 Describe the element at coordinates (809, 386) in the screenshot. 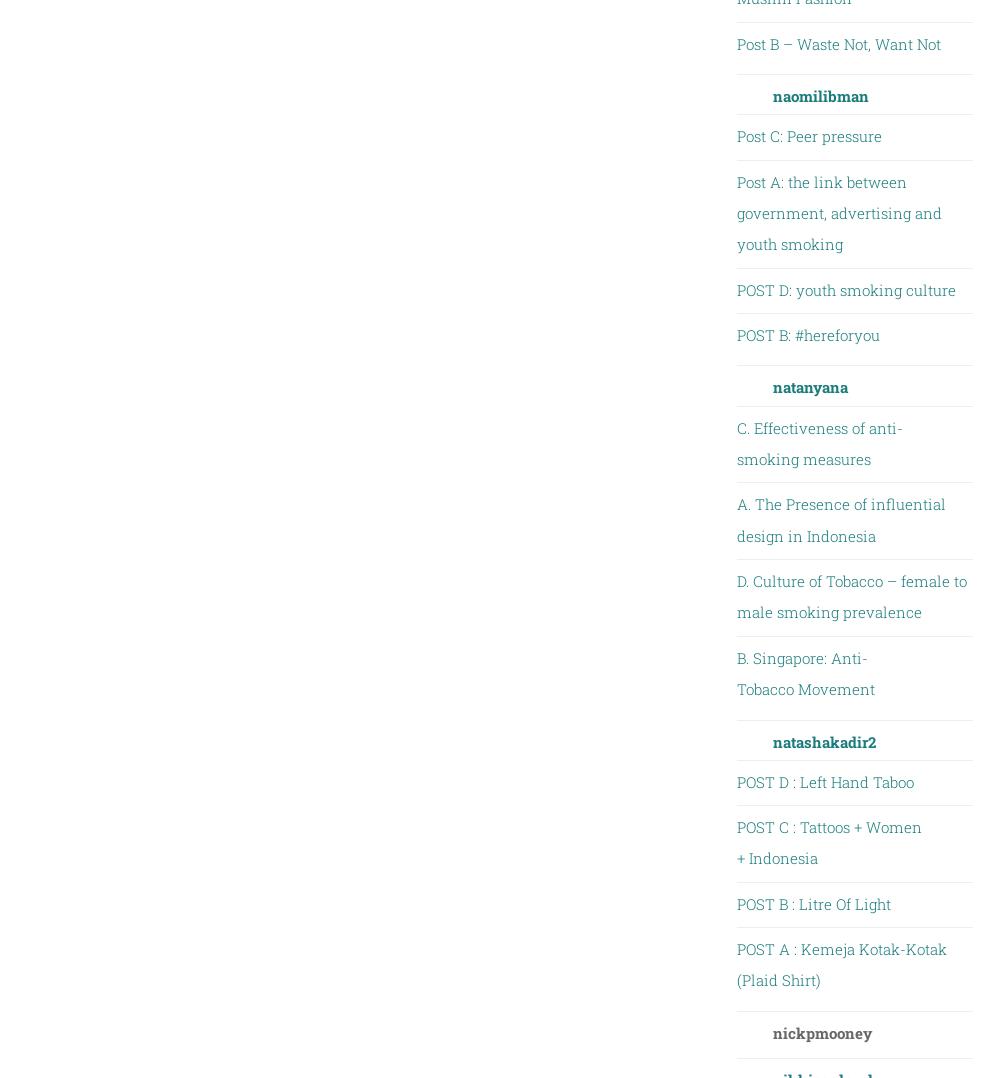

I see `'natanyana'` at that location.